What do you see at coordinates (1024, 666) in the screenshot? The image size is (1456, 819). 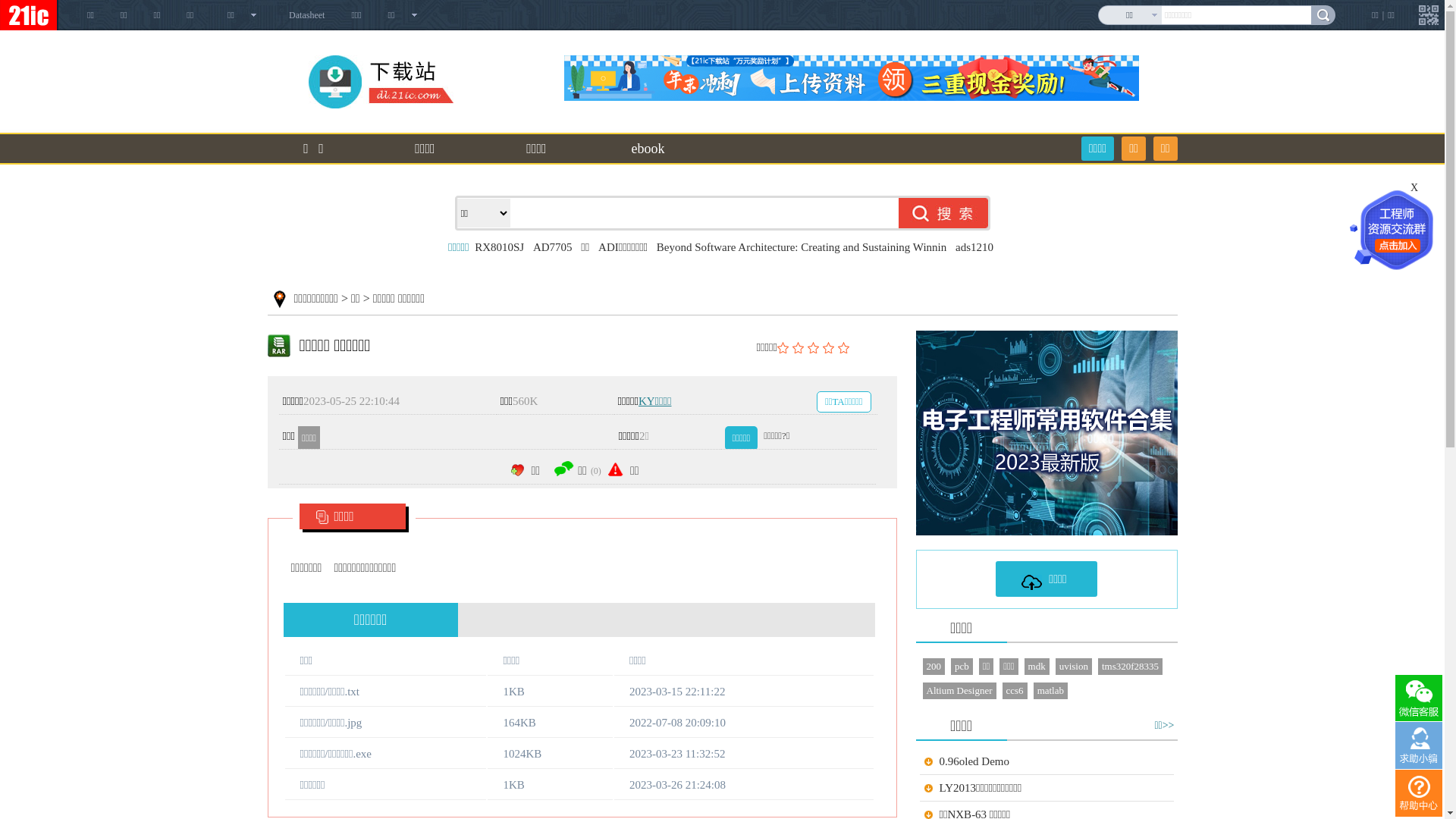 I see `'mdk'` at bounding box center [1024, 666].